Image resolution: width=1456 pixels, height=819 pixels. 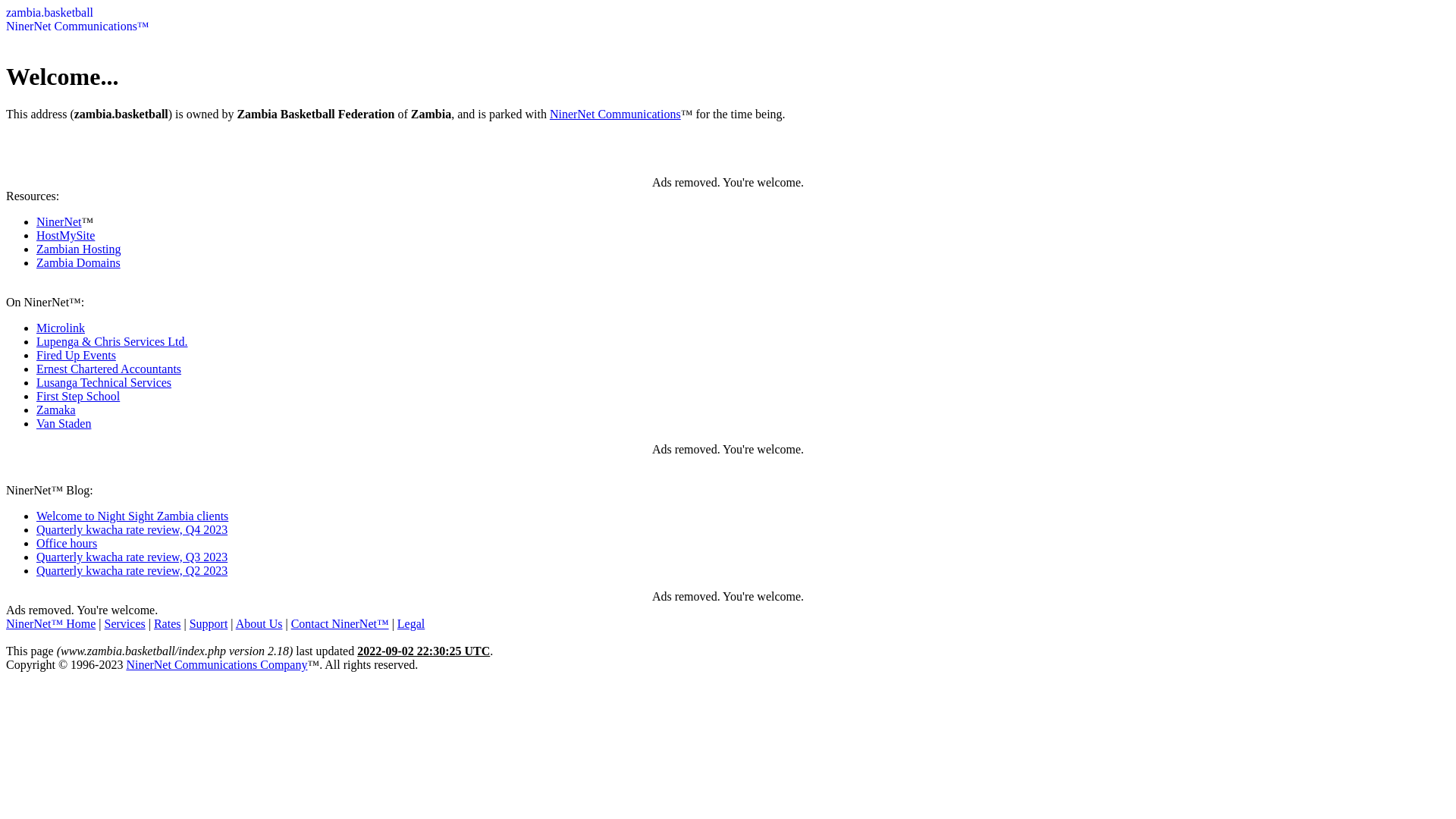 What do you see at coordinates (208, 623) in the screenshot?
I see `'Support'` at bounding box center [208, 623].